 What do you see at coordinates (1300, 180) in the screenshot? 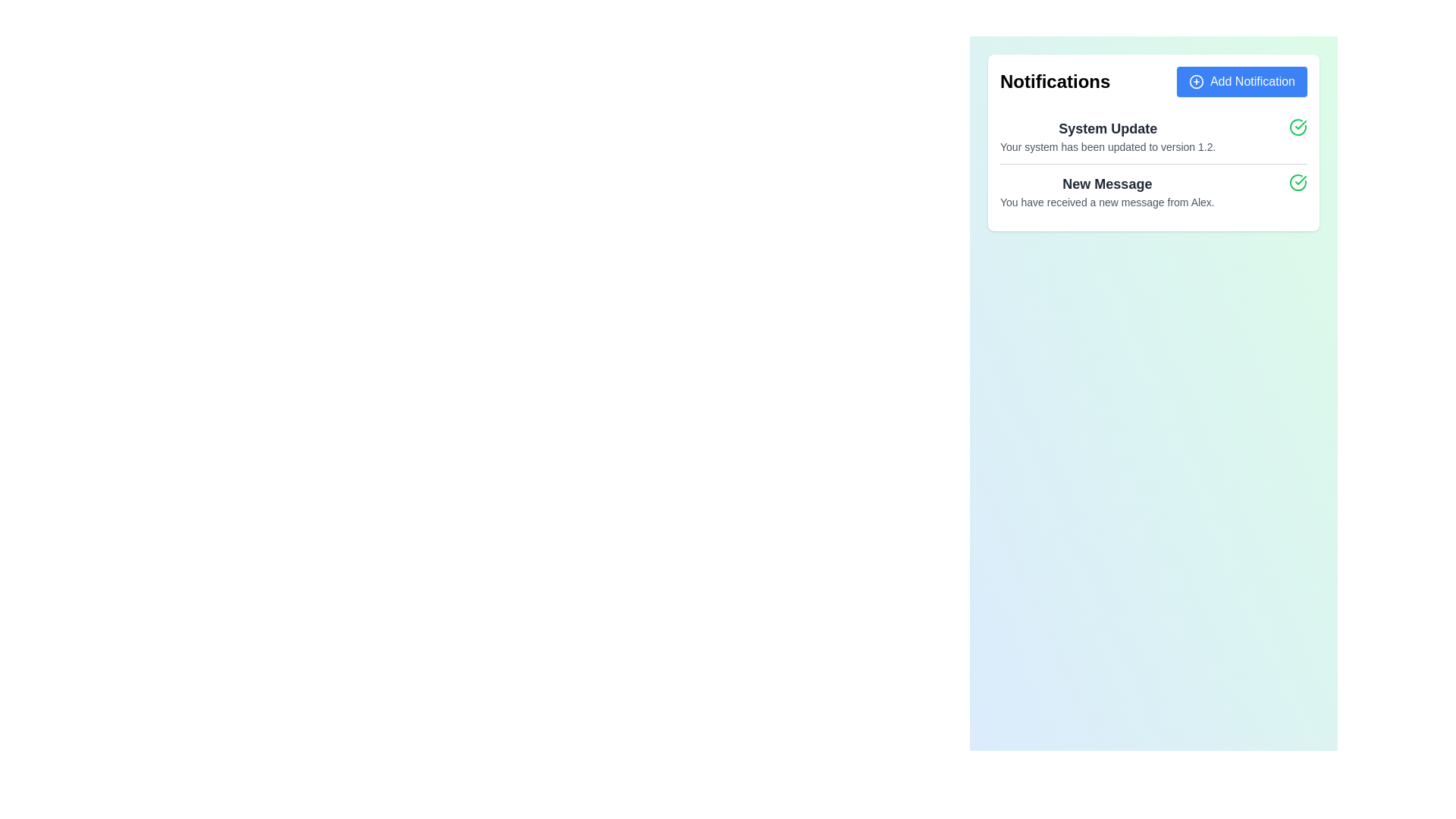
I see `the SVG checkmark element within the green circle located in the top-right corner of the 'System Update' notification card` at bounding box center [1300, 180].